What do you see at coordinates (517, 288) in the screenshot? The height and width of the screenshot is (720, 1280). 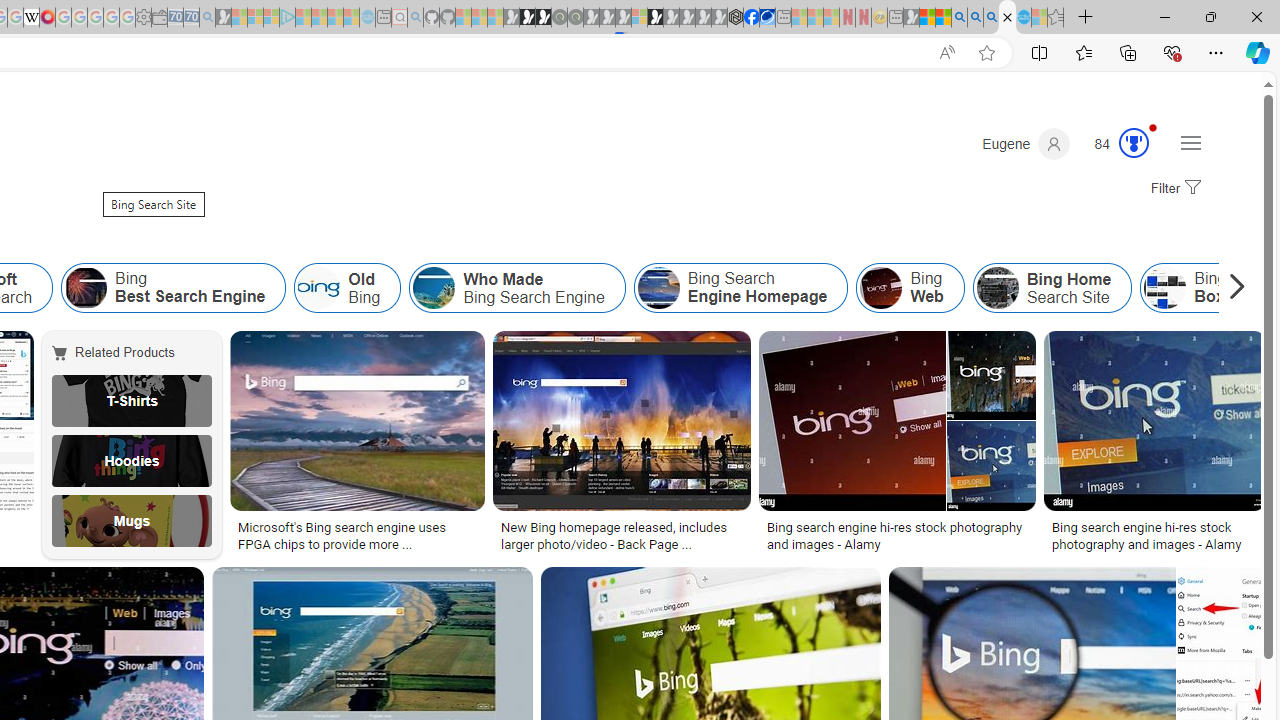 I see `'Who Made Bing Search Engine'` at bounding box center [517, 288].